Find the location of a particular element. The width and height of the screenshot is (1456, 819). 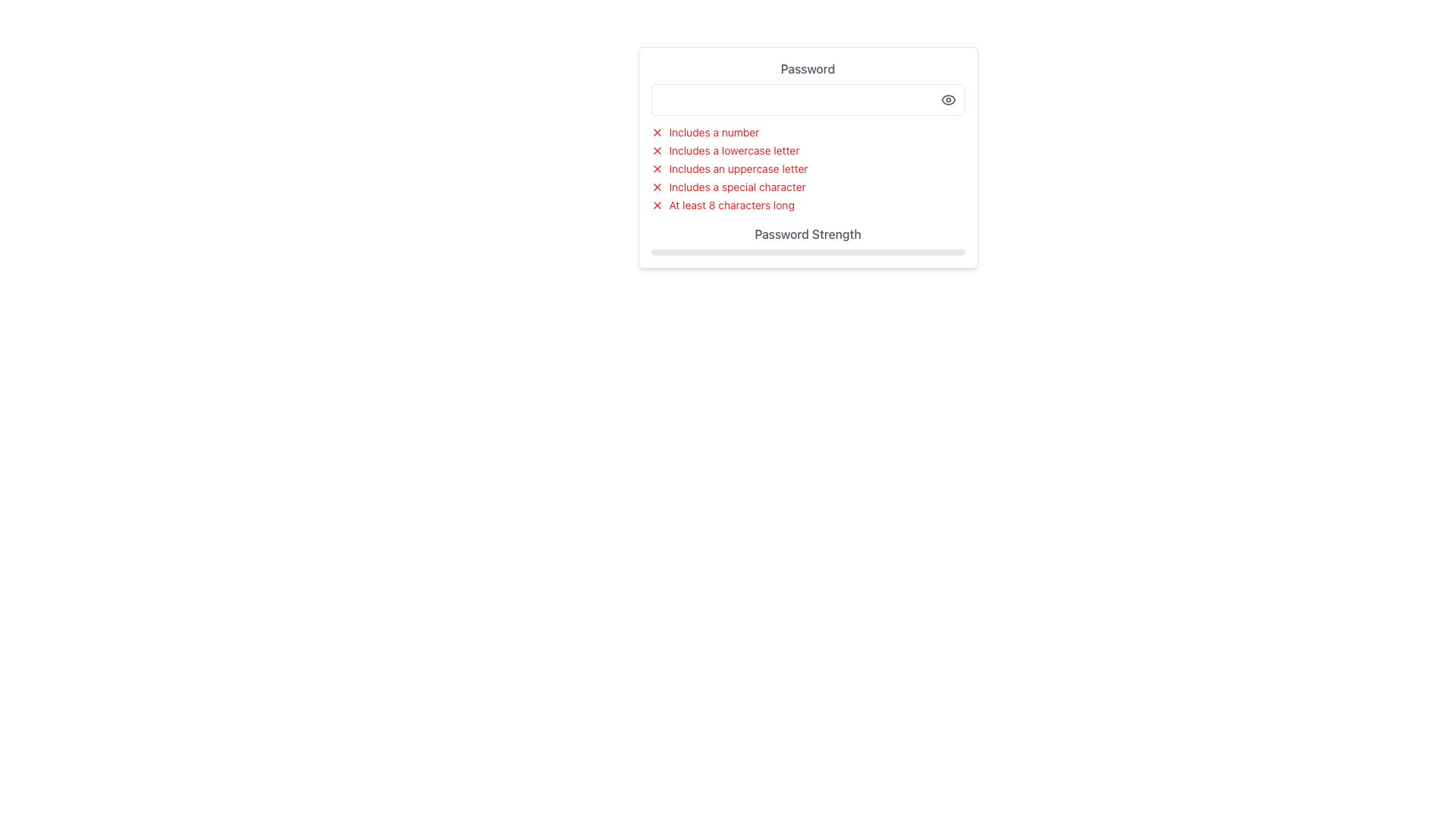

the close icon represented as a red X symbol, which is located at the leftmost part of the text block labeled 'Includes a number' in the password criteria list is located at coordinates (657, 131).